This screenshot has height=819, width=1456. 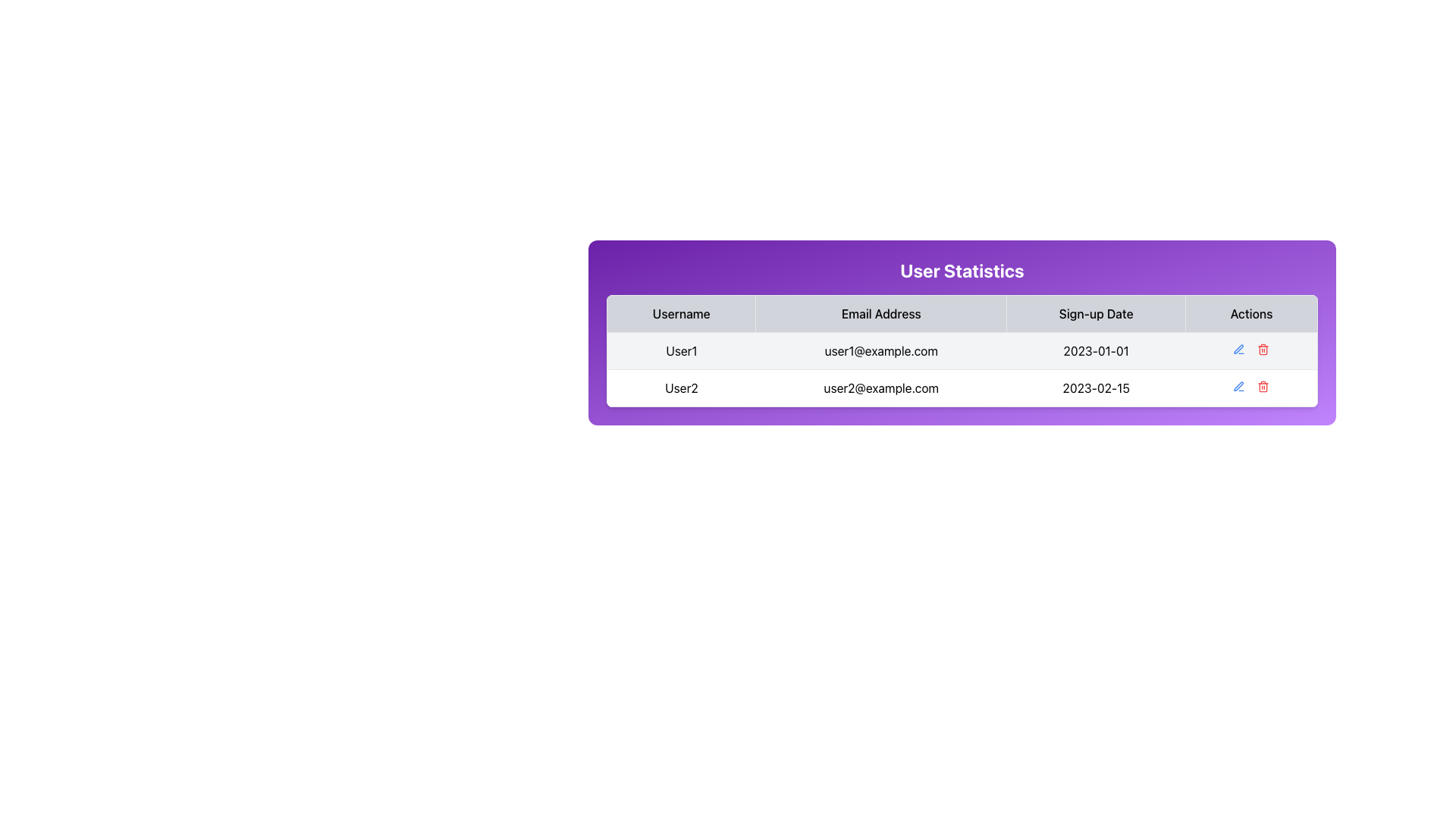 I want to click on the table cell displaying the text '2023-02-15' in the 'Sign-up Date' column for User2 in the 'User Statistics' table, so click(x=1096, y=388).